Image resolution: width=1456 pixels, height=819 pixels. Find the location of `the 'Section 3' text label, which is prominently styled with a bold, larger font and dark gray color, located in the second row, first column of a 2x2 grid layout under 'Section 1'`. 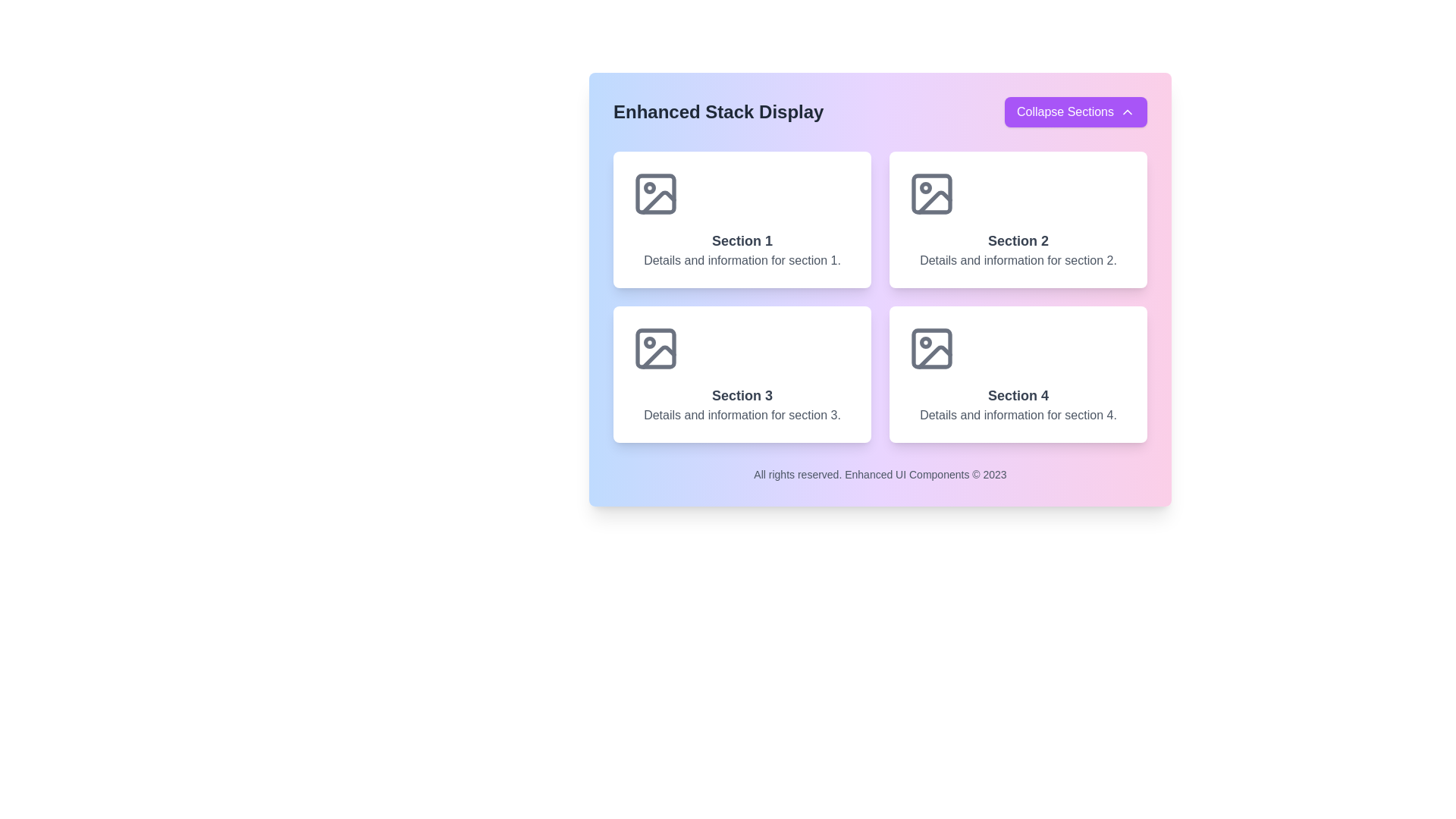

the 'Section 3' text label, which is prominently styled with a bold, larger font and dark gray color, located in the second row, first column of a 2x2 grid layout under 'Section 1' is located at coordinates (742, 394).